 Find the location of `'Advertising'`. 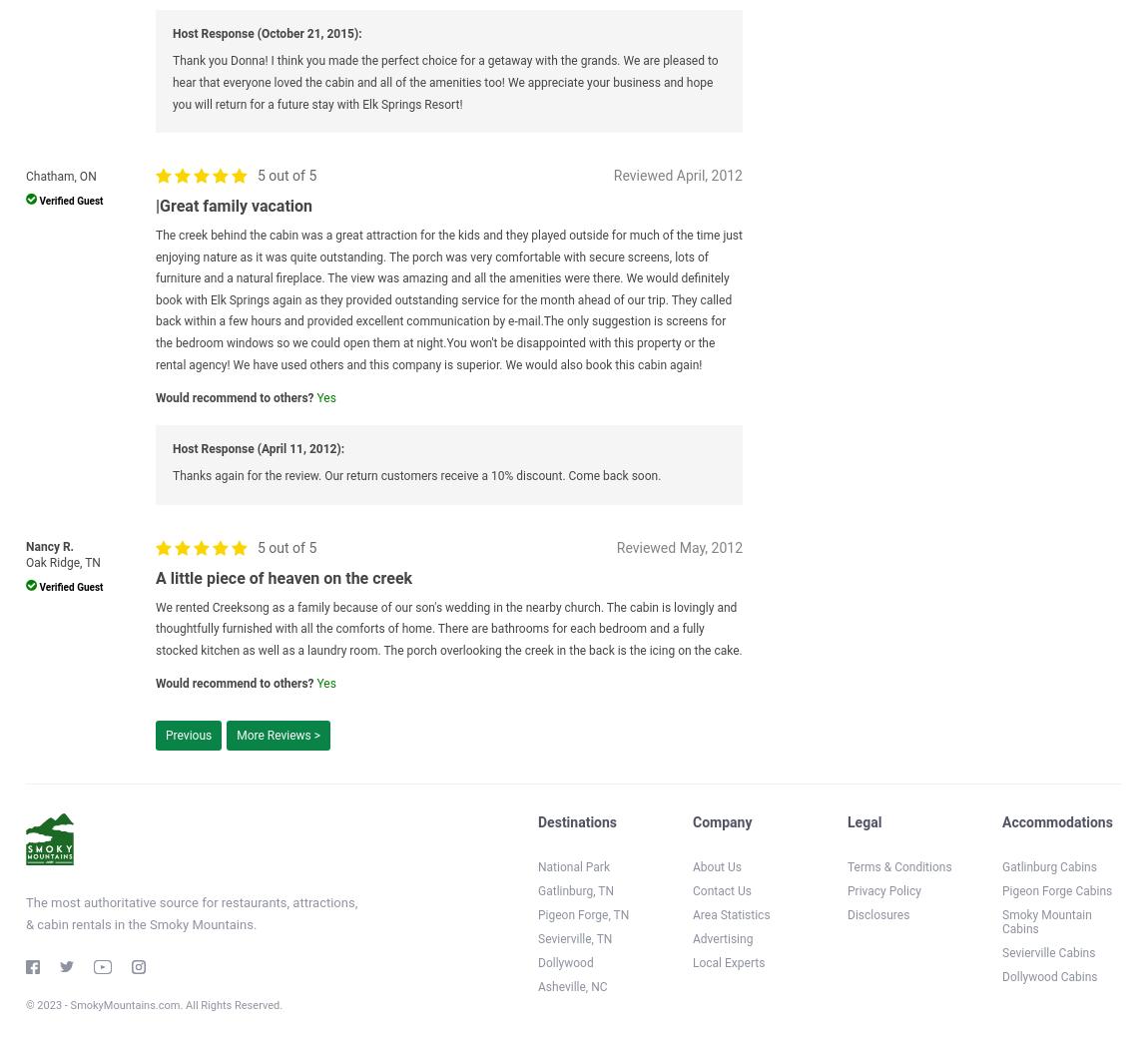

'Advertising' is located at coordinates (722, 937).